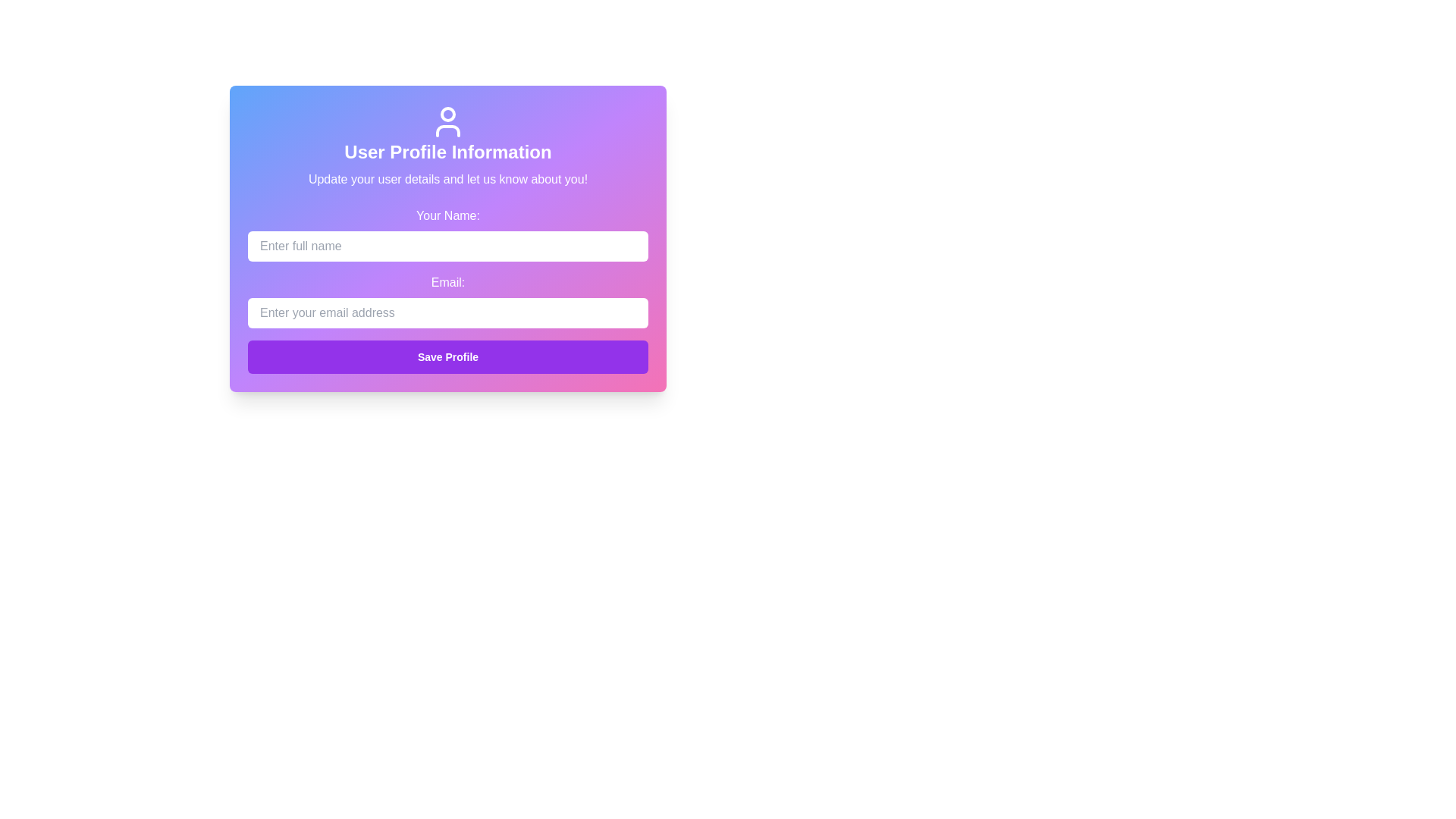 Image resolution: width=1456 pixels, height=819 pixels. Describe the element at coordinates (447, 283) in the screenshot. I see `the 'Email:' label text, which is styled in white on a gradient background and positioned above the email input field in the lower portion of the modal window` at that location.